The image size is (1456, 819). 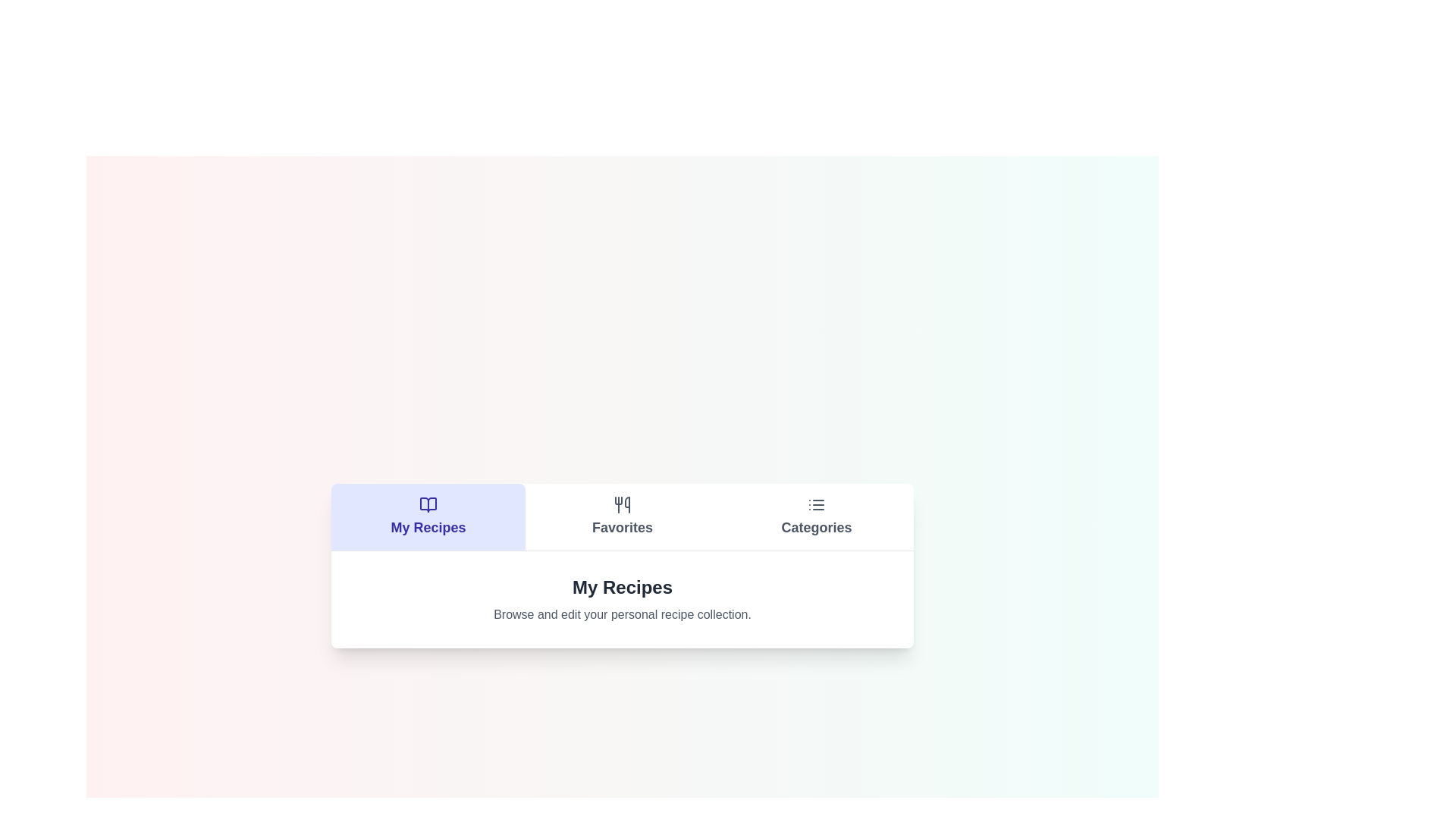 I want to click on the My Recipes tab, so click(x=428, y=516).